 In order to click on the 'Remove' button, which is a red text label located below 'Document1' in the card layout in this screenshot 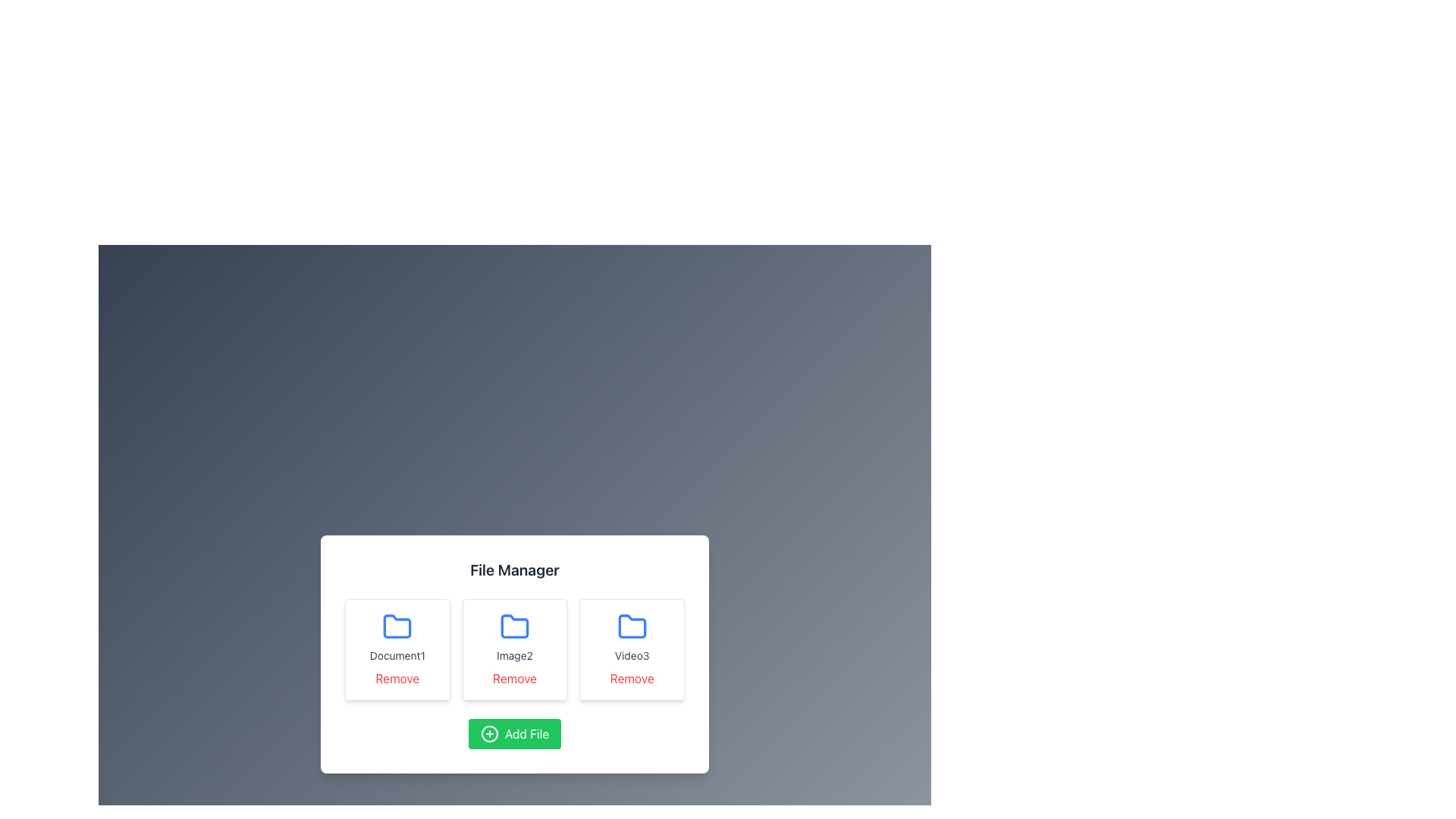, I will do `click(397, 677)`.